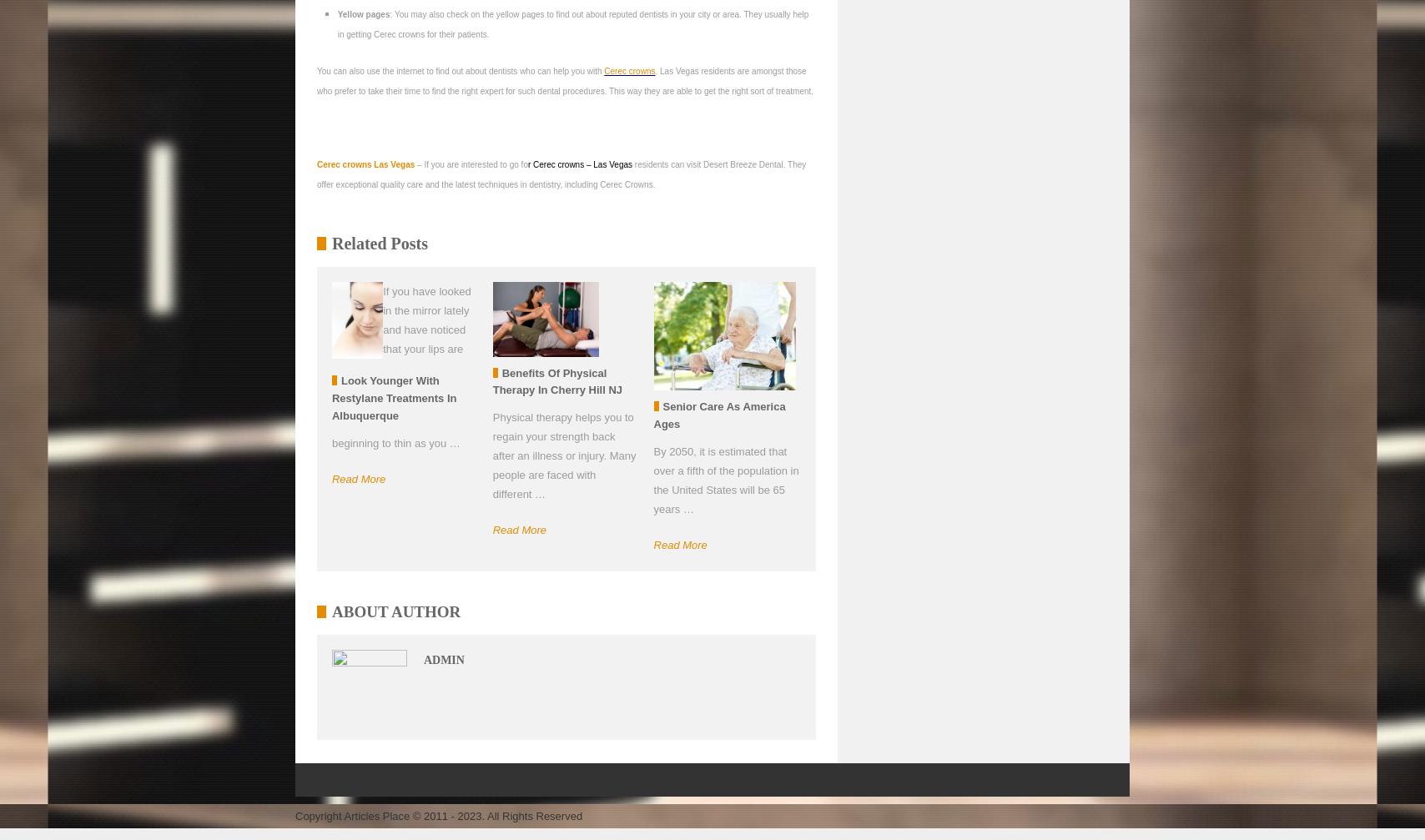 The image size is (1425, 840). What do you see at coordinates (461, 71) in the screenshot?
I see `'You can also use the internet to find out about dentists who can help you with'` at bounding box center [461, 71].